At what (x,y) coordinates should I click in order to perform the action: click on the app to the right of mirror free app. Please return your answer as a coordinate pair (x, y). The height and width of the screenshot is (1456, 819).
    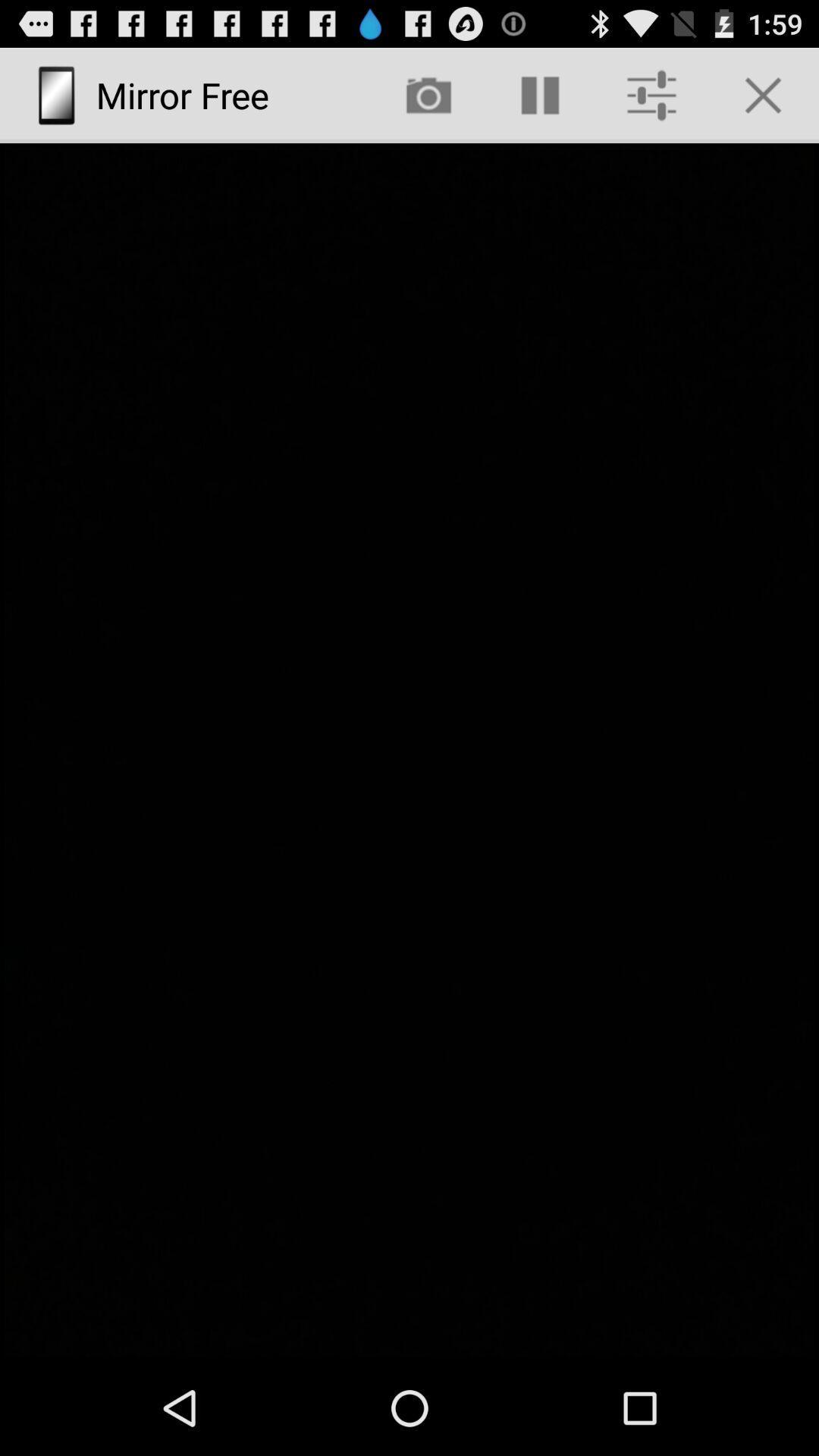
    Looking at the image, I should click on (428, 94).